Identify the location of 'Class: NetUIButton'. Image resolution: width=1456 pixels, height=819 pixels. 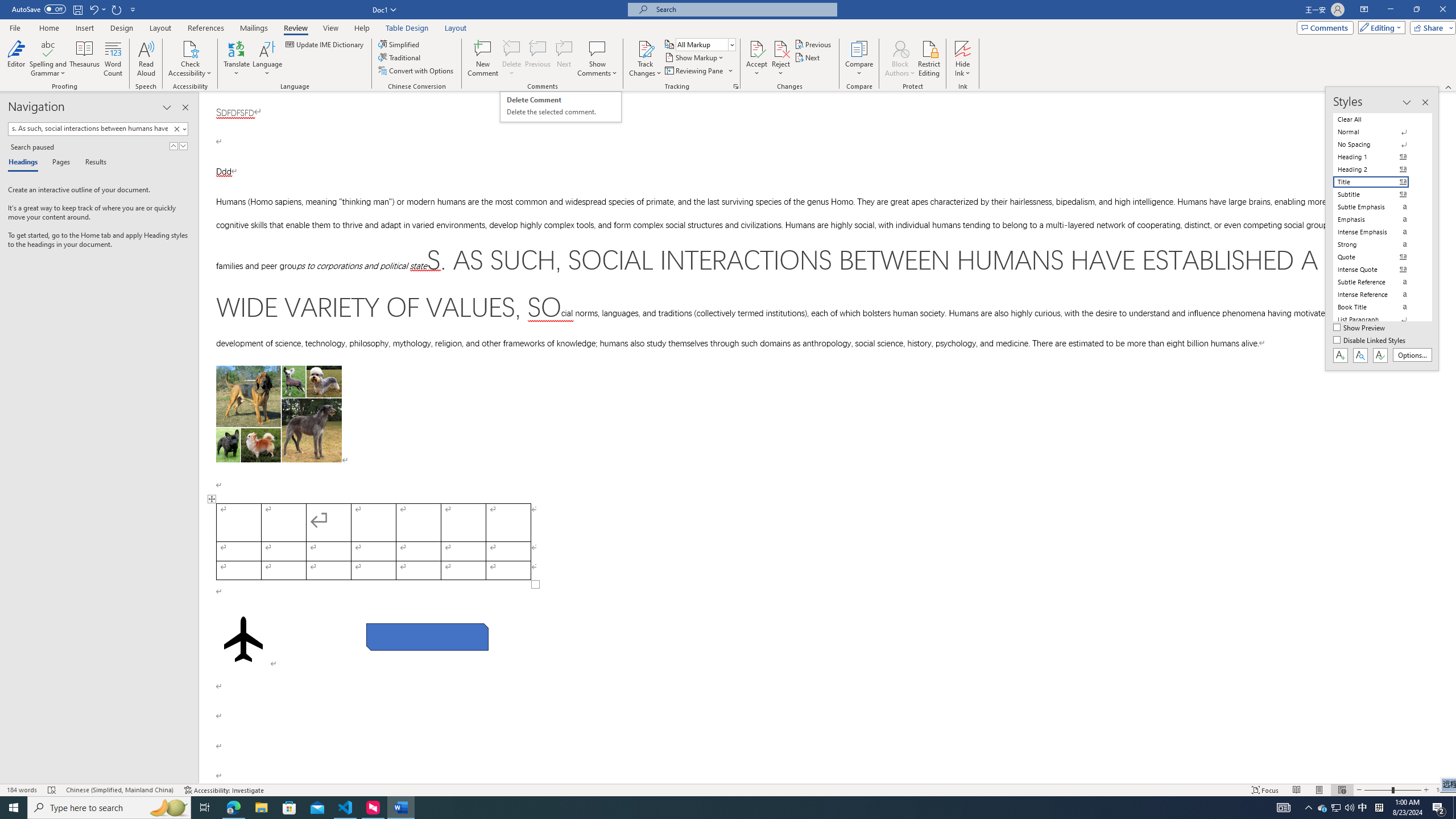
(1379, 355).